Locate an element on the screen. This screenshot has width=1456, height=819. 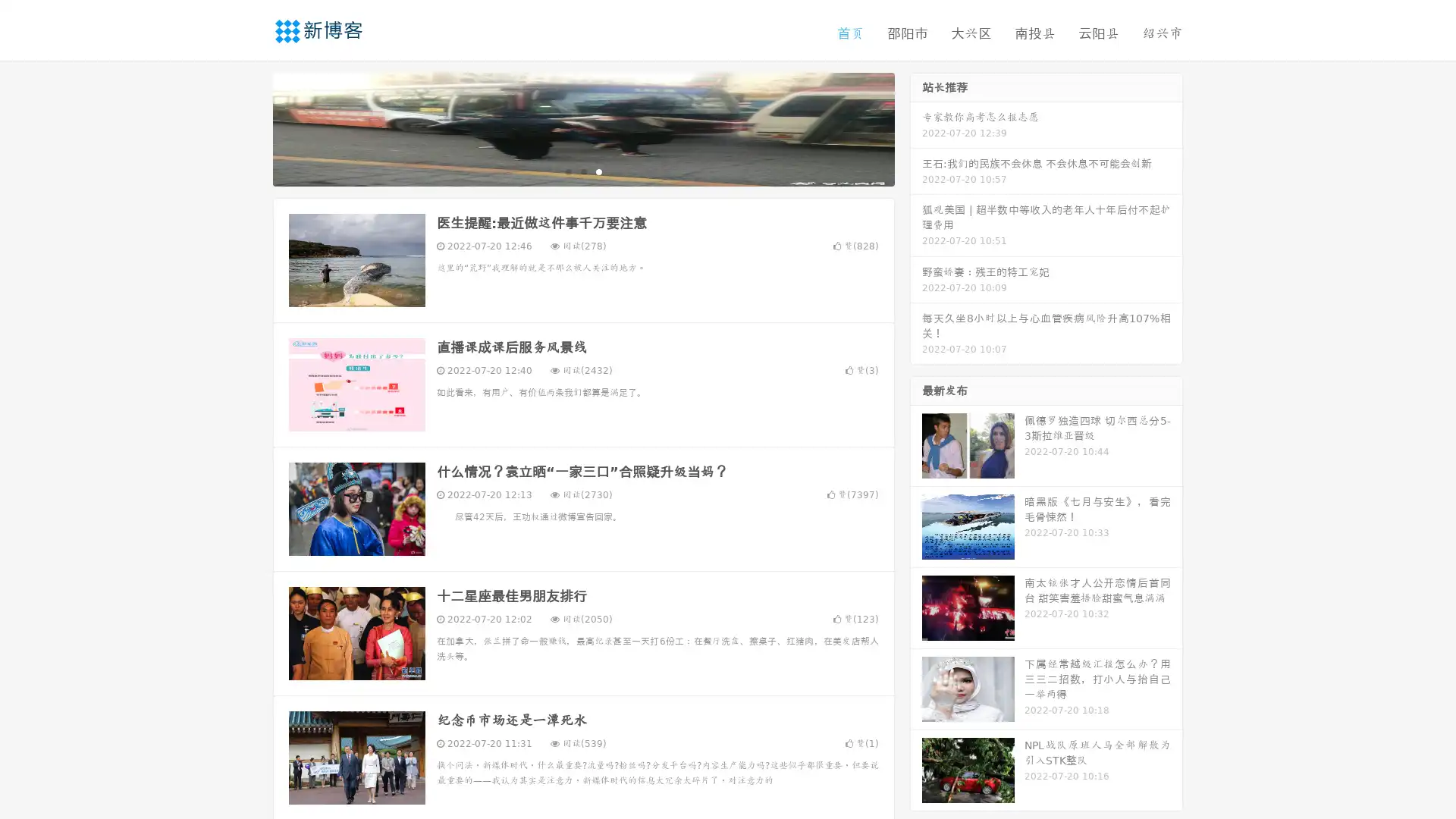
Go to slide 2 is located at coordinates (582, 171).